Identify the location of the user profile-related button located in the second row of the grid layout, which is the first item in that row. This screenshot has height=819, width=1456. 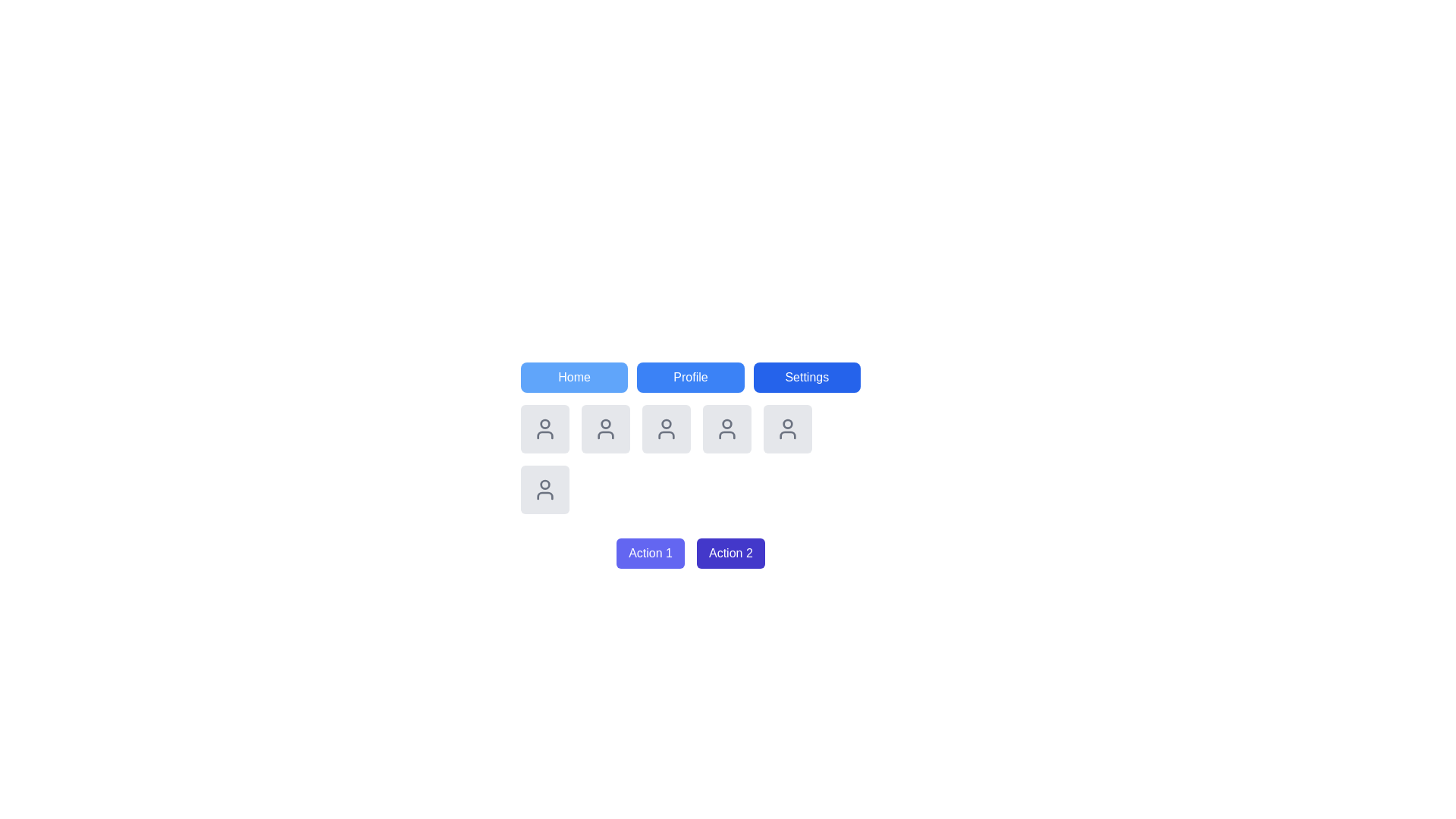
(545, 489).